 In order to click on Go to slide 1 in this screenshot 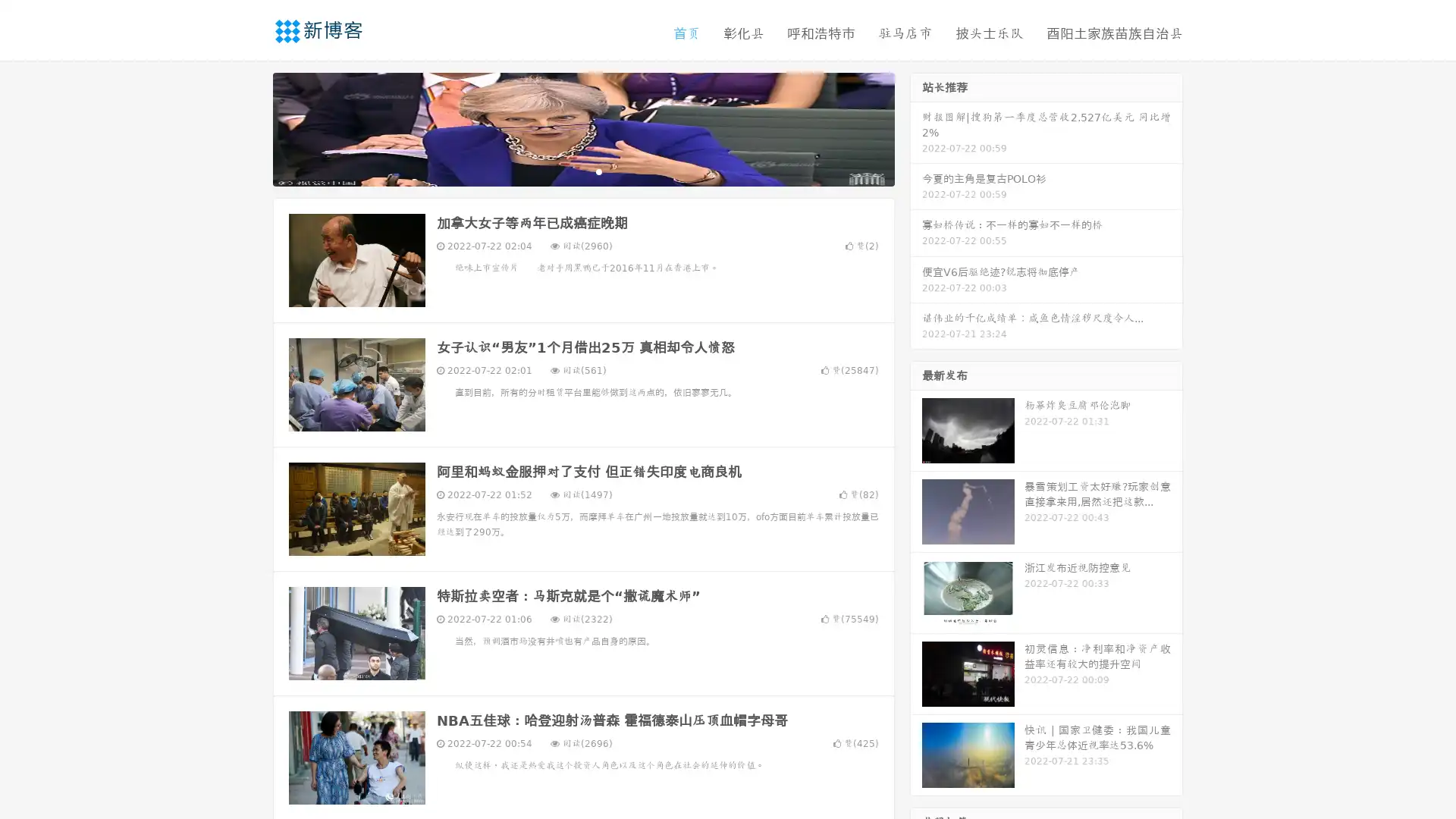, I will do `click(567, 171)`.